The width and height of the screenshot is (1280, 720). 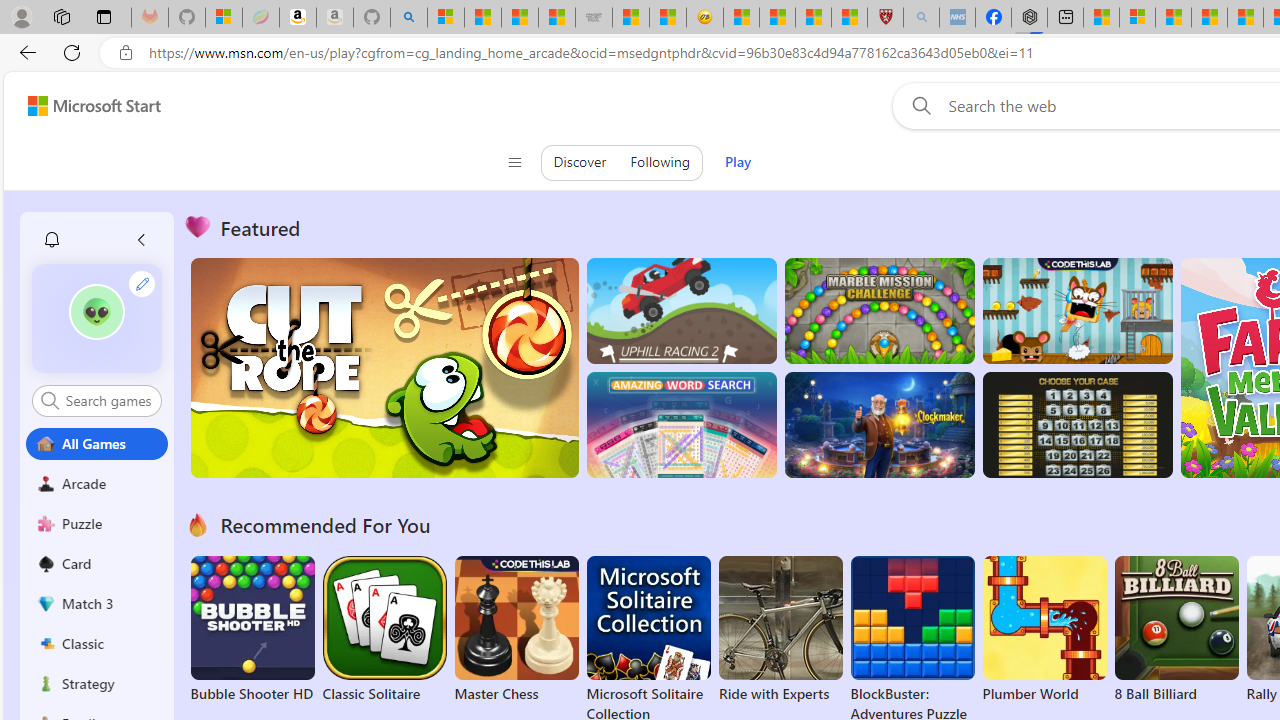 What do you see at coordinates (224, 17) in the screenshot?
I see `'Microsoft-Report a Concern to Bing'` at bounding box center [224, 17].